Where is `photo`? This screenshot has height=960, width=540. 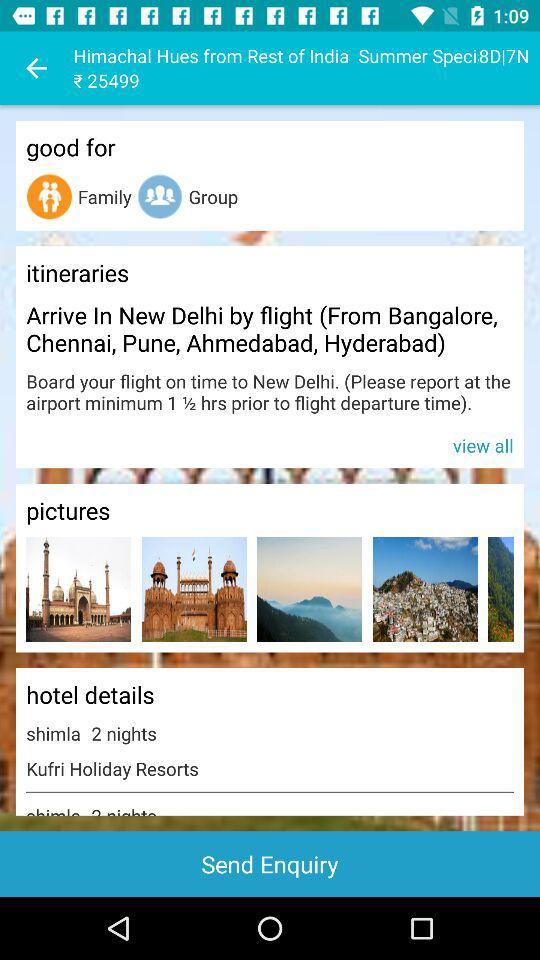 photo is located at coordinates (309, 589).